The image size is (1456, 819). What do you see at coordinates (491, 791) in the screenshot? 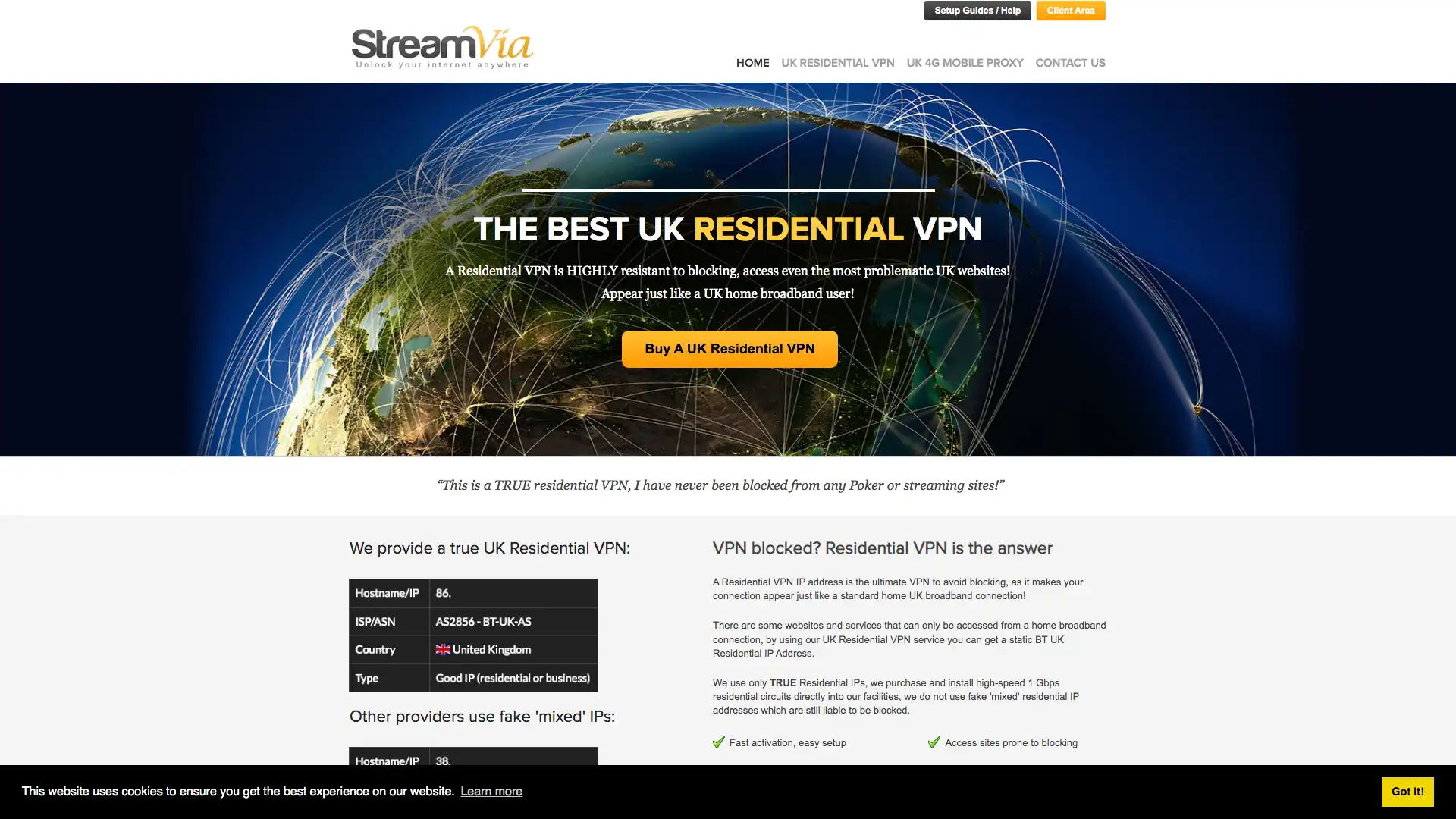
I see `learn more about cookies` at bounding box center [491, 791].